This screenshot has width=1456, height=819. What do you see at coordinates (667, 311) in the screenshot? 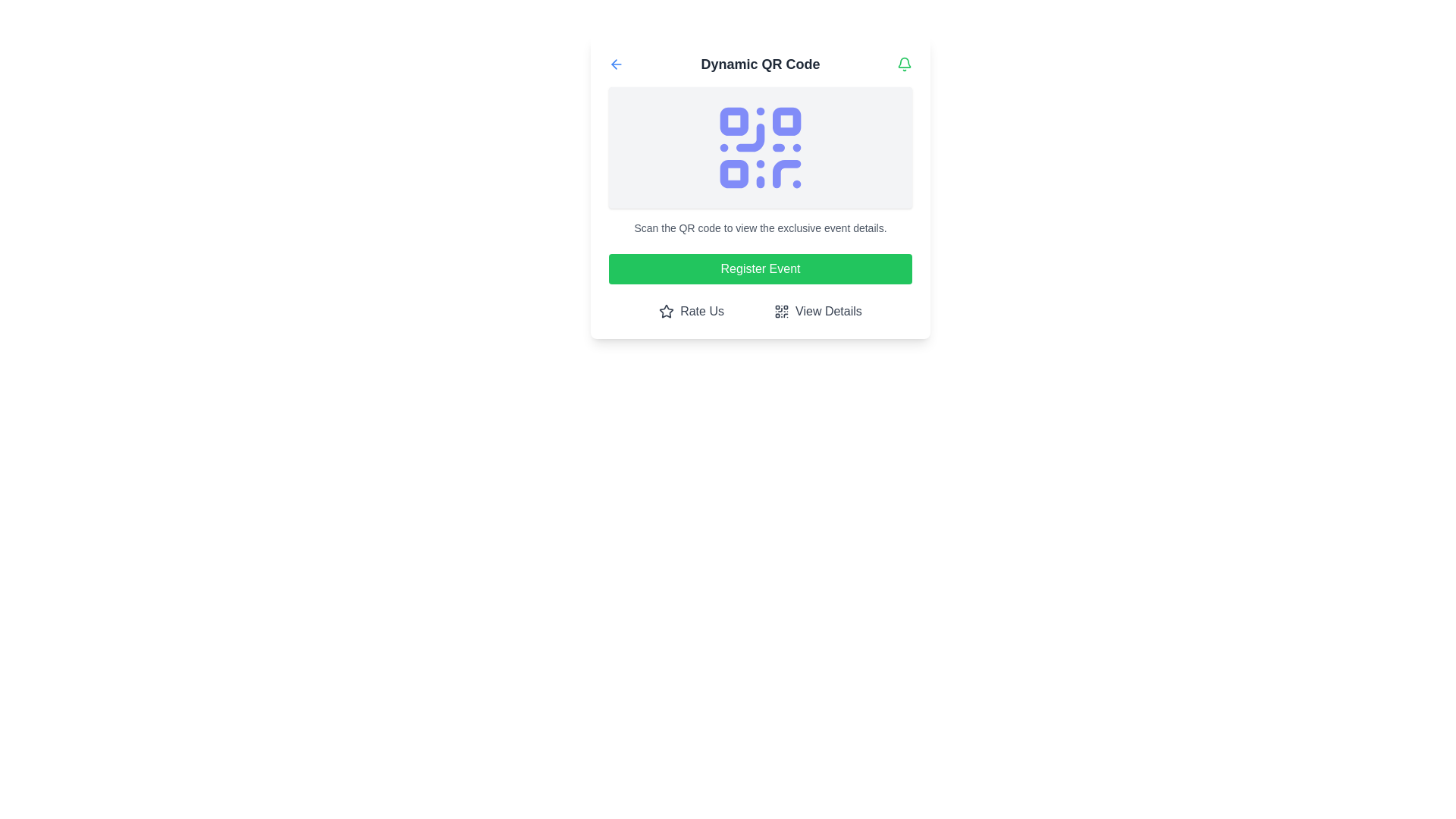
I see `the decorative graphic icon representing the rating functionality, which is the leftmost component of the 'Rate Us' button group located at the bottom-left of the central panel` at bounding box center [667, 311].